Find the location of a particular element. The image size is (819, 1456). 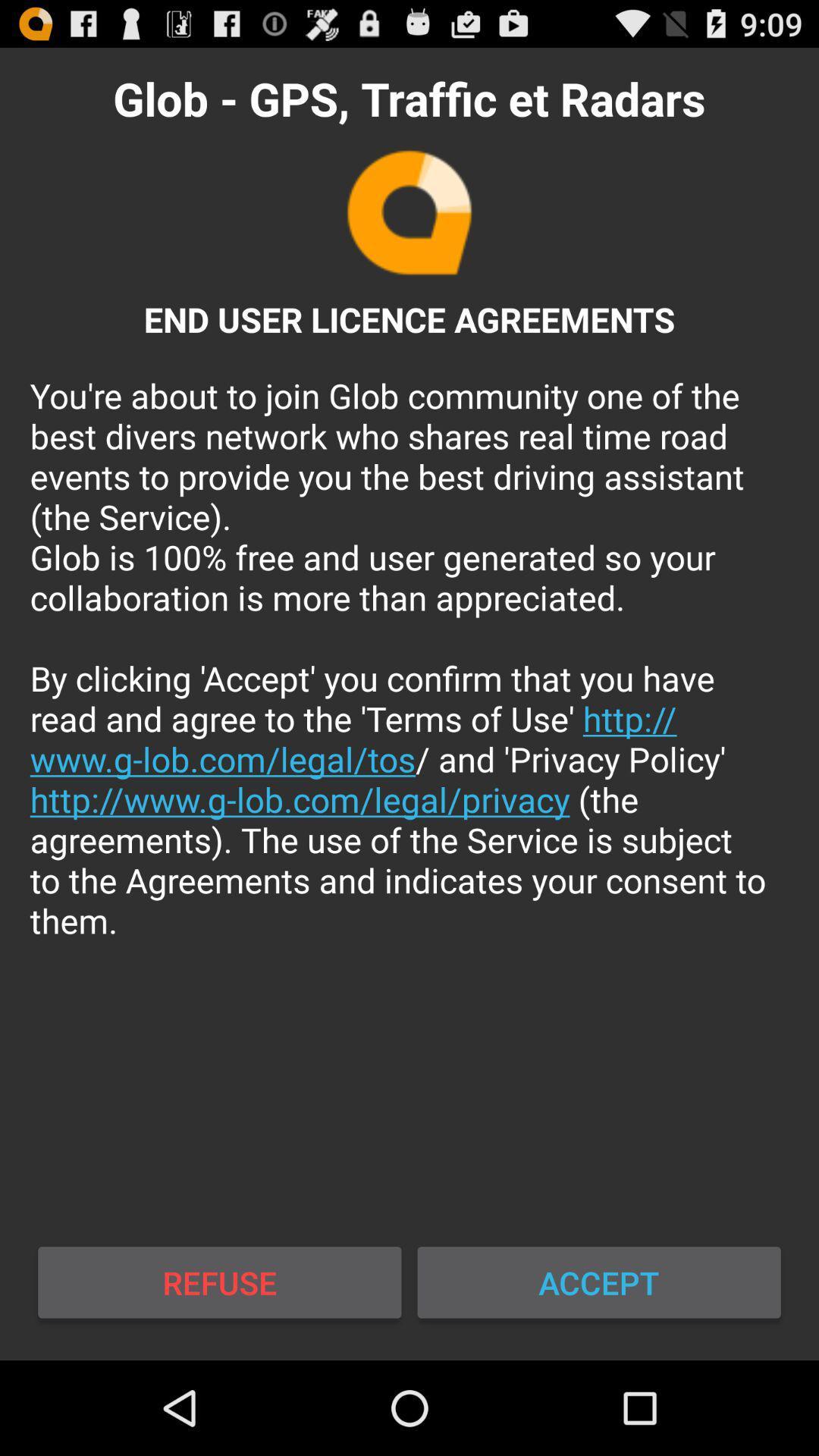

icon to the left of accept icon is located at coordinates (219, 1282).